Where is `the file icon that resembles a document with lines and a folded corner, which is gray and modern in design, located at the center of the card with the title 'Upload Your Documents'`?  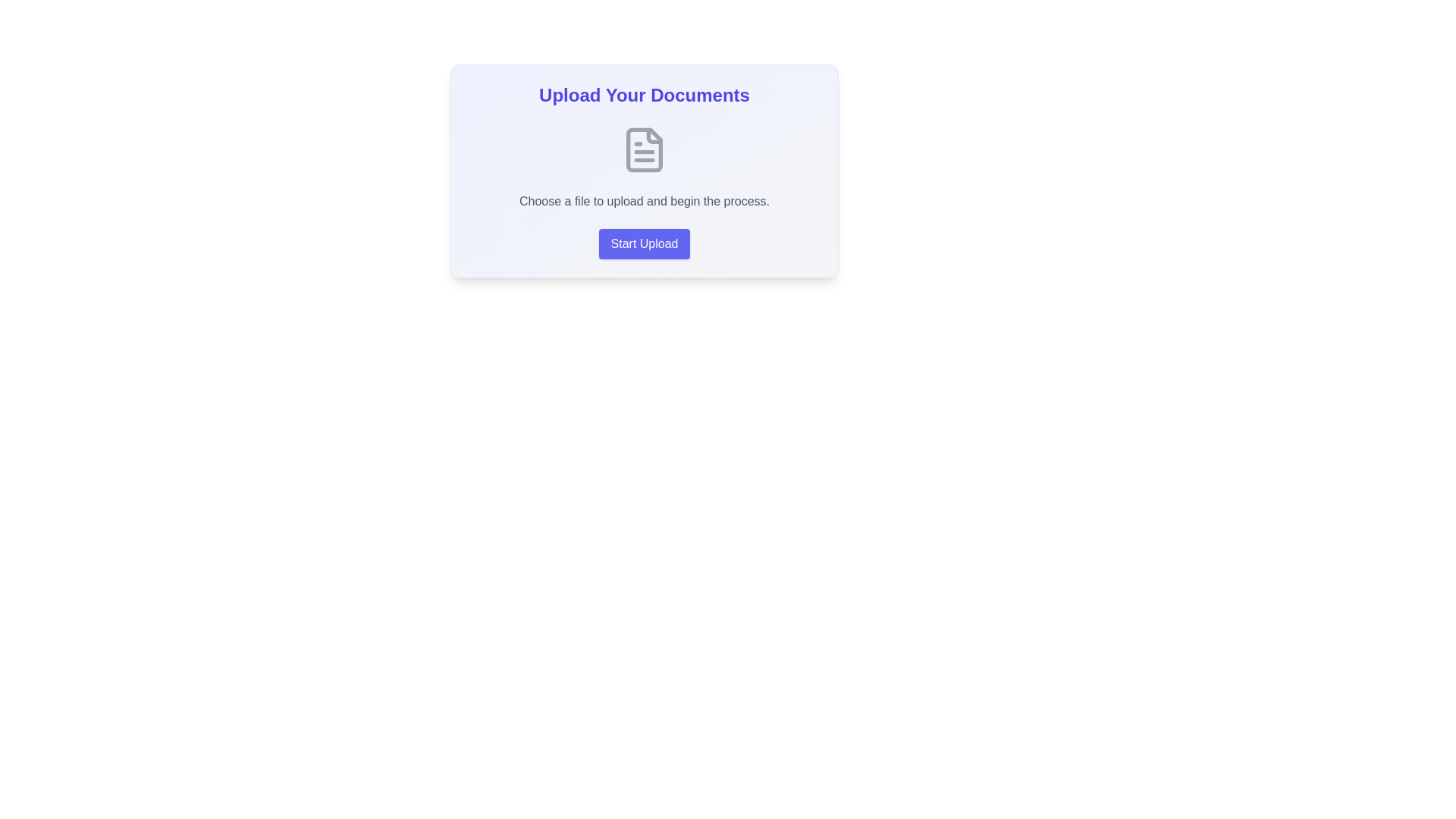
the file icon that resembles a document with lines and a folded corner, which is gray and modern in design, located at the center of the card with the title 'Upload Your Documents' is located at coordinates (644, 149).